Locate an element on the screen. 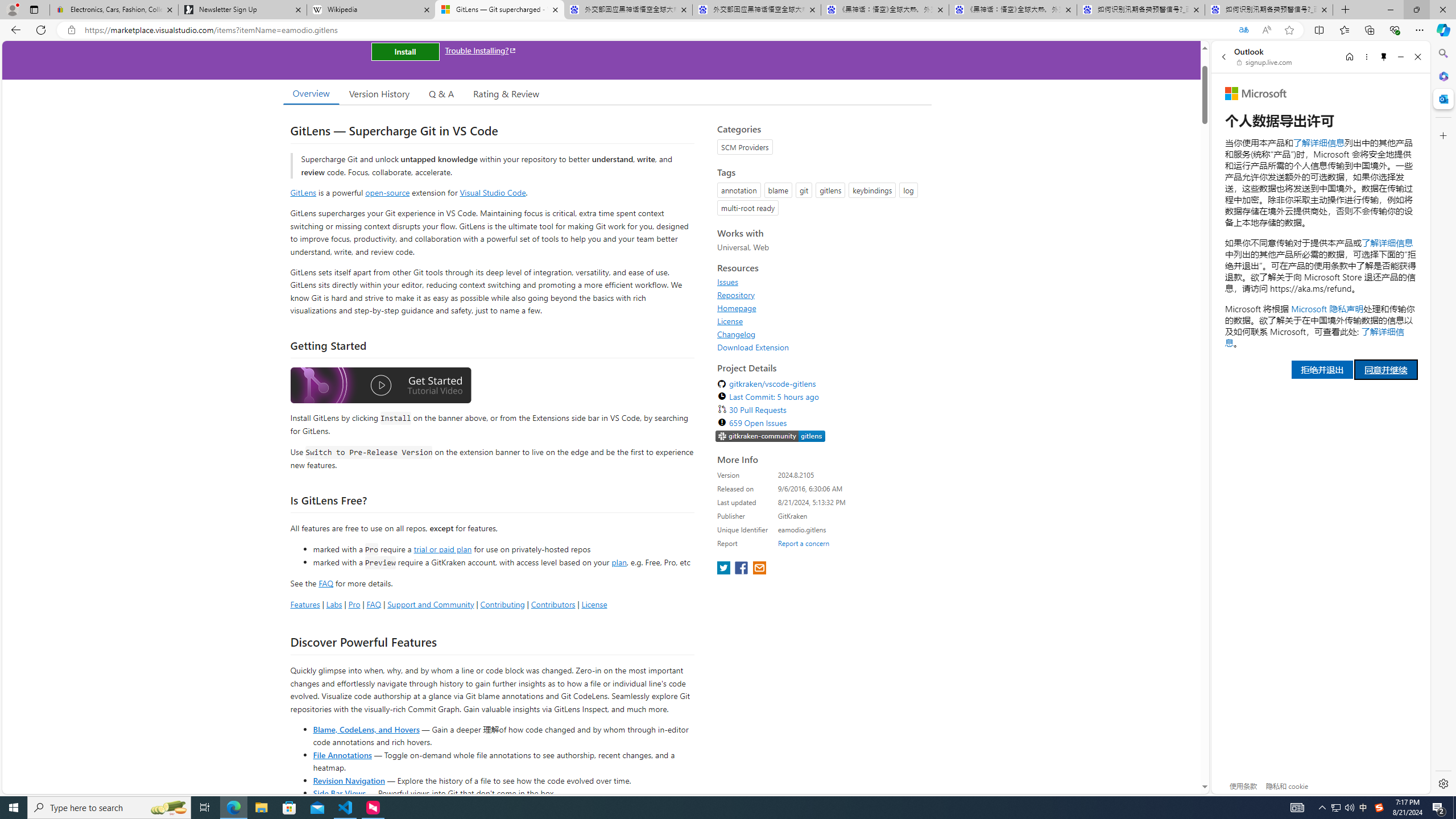 This screenshot has height=819, width=1456. 'Blame, CodeLens, and Hovers' is located at coordinates (366, 728).